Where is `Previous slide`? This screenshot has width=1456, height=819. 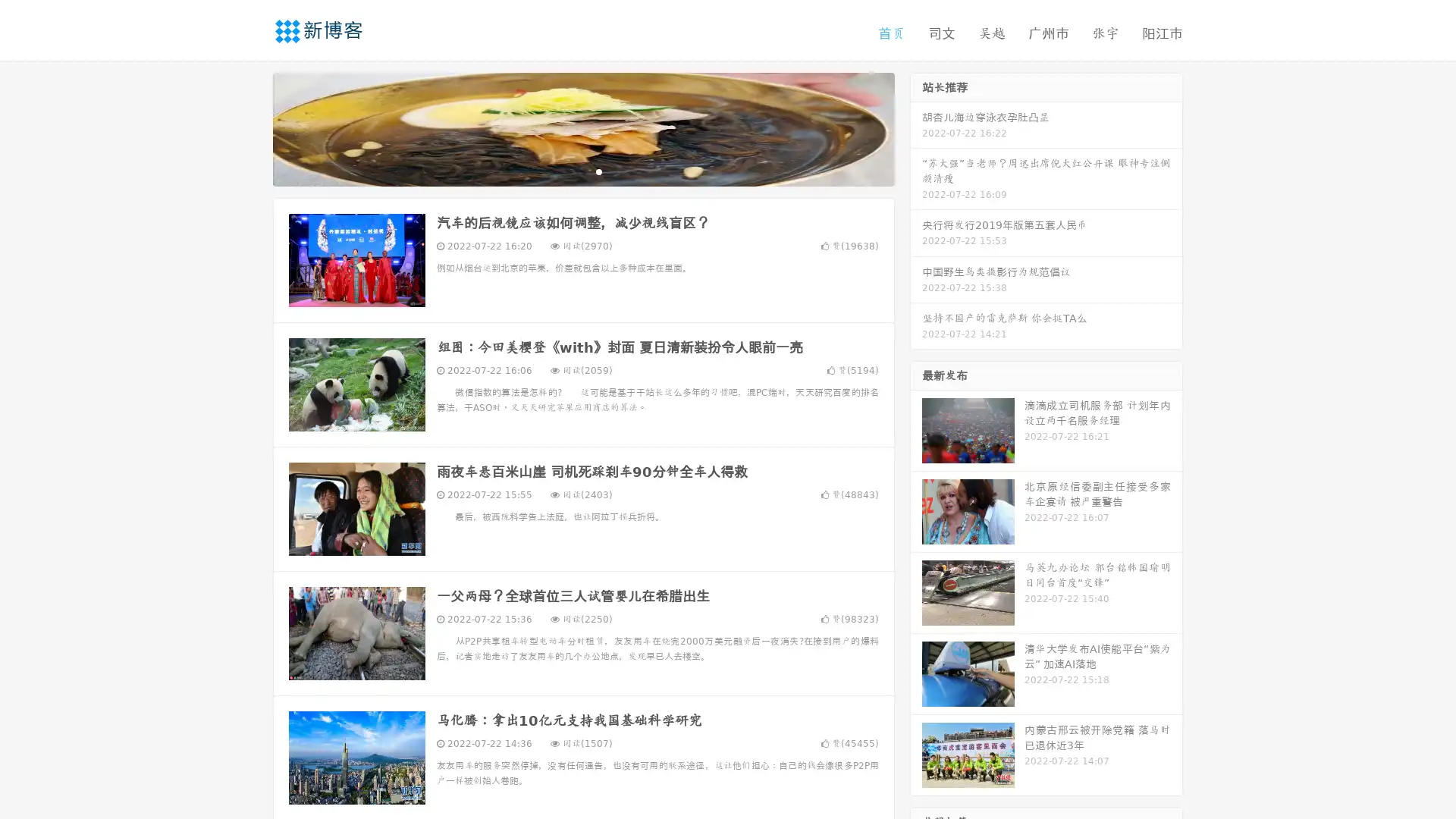
Previous slide is located at coordinates (250, 127).